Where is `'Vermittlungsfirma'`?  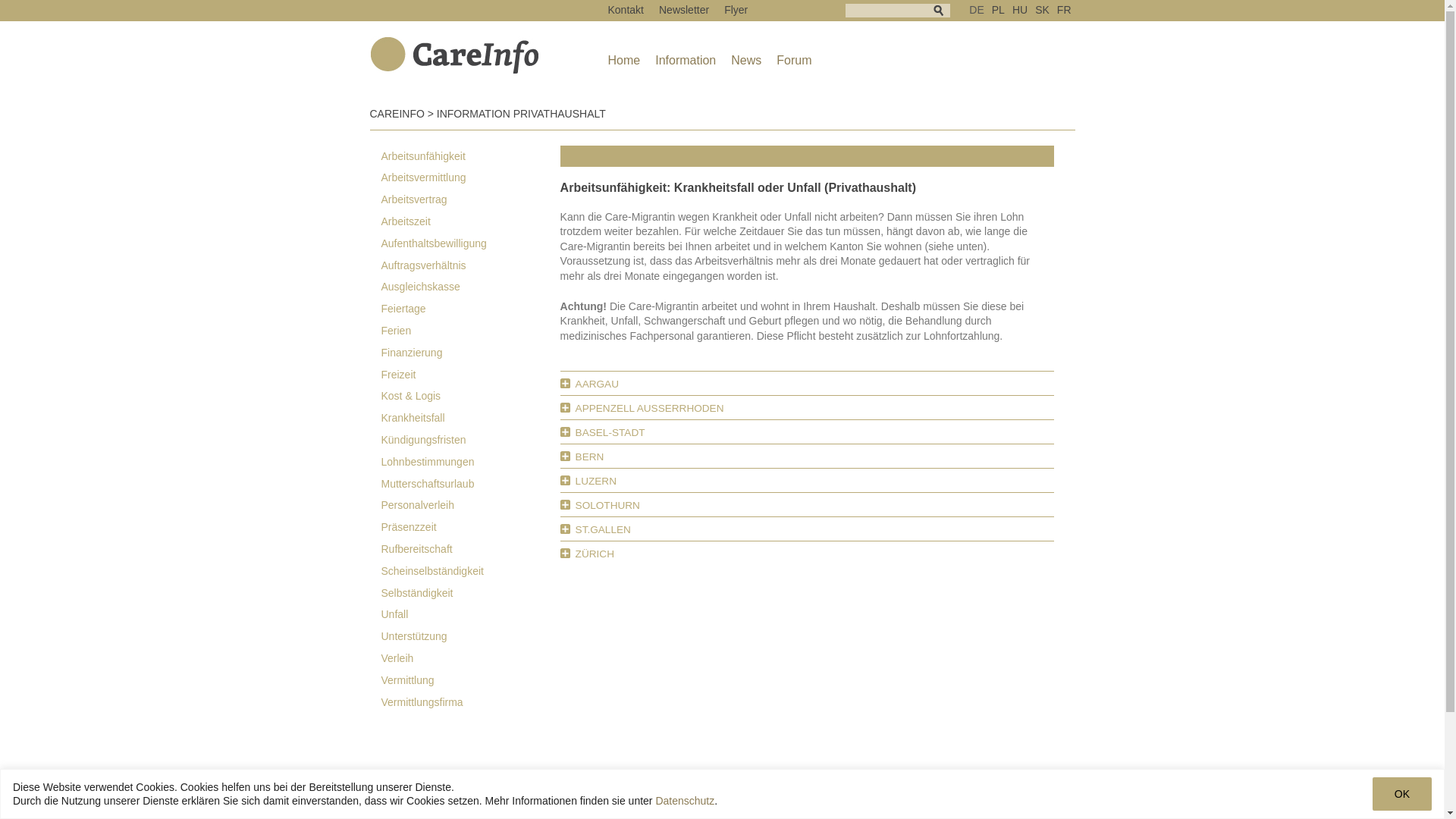 'Vermittlungsfirma' is located at coordinates (469, 702).